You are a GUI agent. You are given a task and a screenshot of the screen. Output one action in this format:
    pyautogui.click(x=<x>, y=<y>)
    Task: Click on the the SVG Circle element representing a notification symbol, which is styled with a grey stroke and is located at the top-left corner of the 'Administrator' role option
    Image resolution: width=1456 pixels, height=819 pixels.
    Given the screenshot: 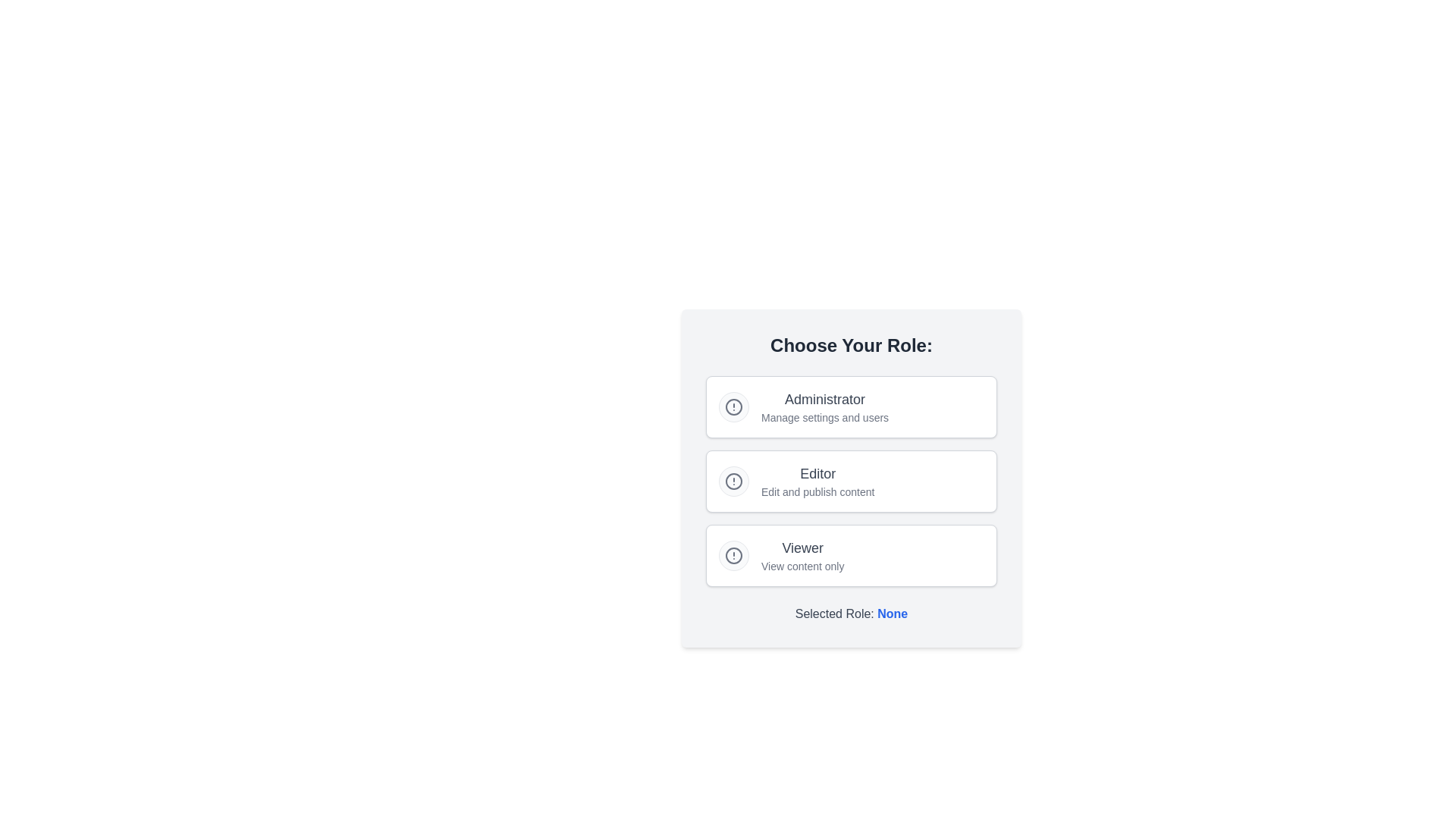 What is the action you would take?
    pyautogui.click(x=734, y=406)
    